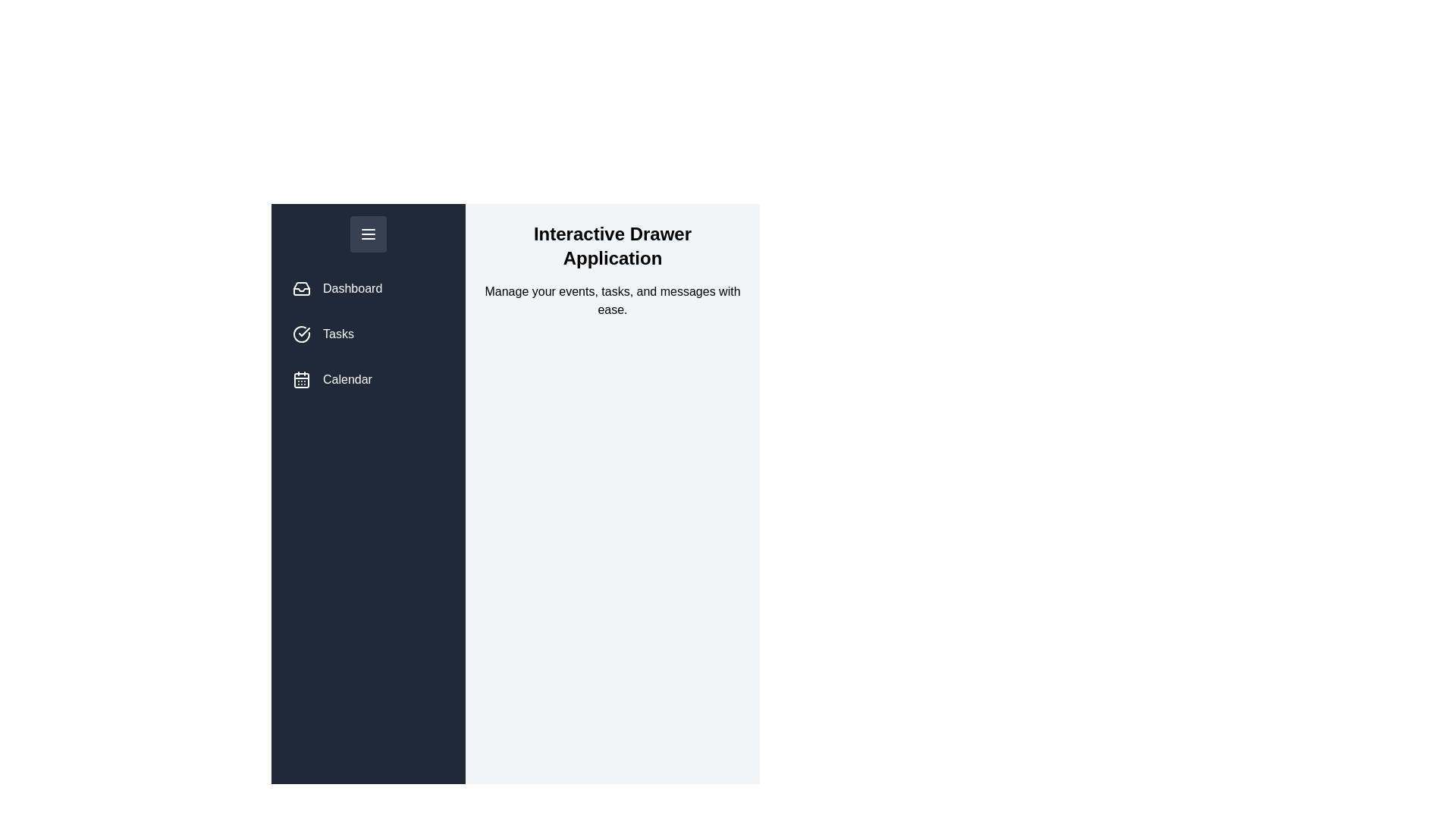  Describe the element at coordinates (302, 379) in the screenshot. I see `the inner square section of the calendar icon located in the vertical navigation bar, situated below the Task button and above the Calendar text label` at that location.